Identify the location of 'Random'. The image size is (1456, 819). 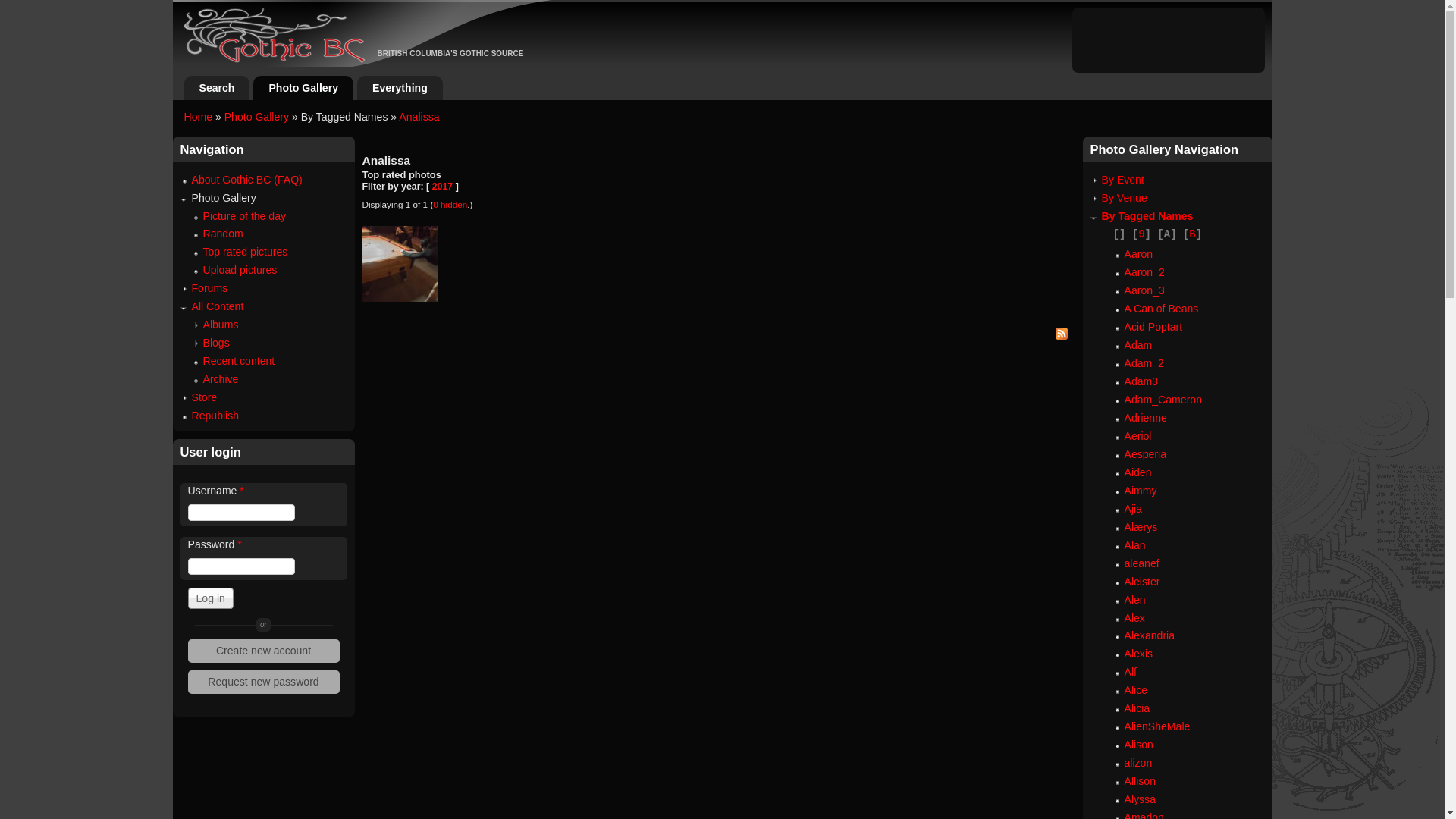
(222, 234).